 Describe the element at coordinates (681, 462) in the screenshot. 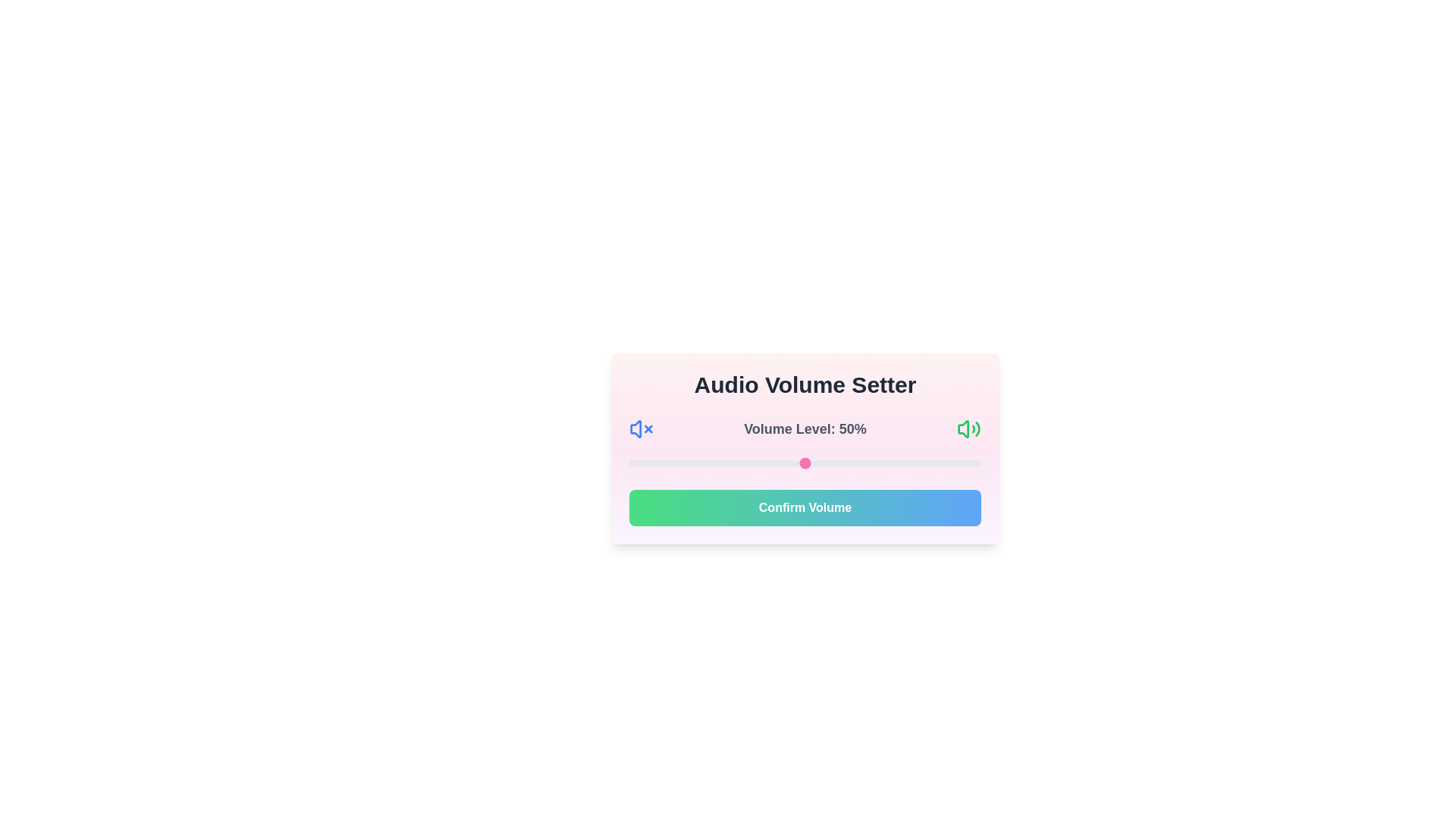

I see `the volume` at that location.